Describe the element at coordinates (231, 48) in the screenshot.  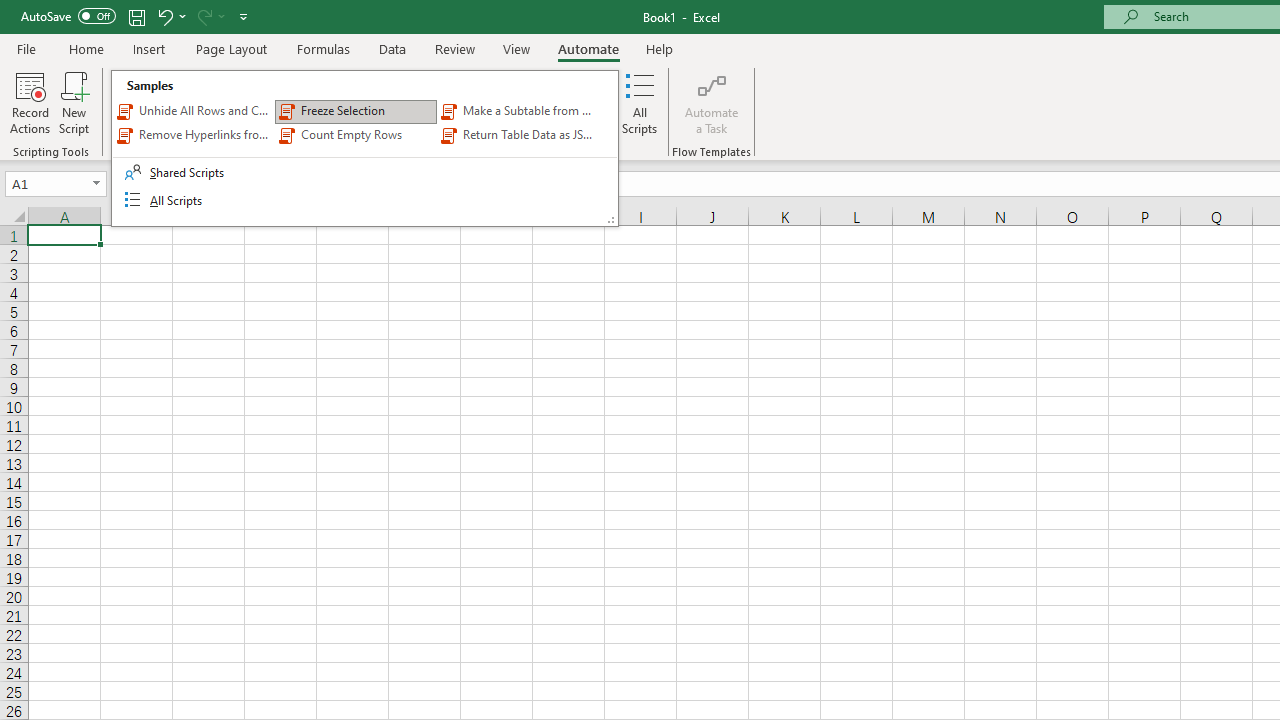
I see `'Page Layout'` at that location.